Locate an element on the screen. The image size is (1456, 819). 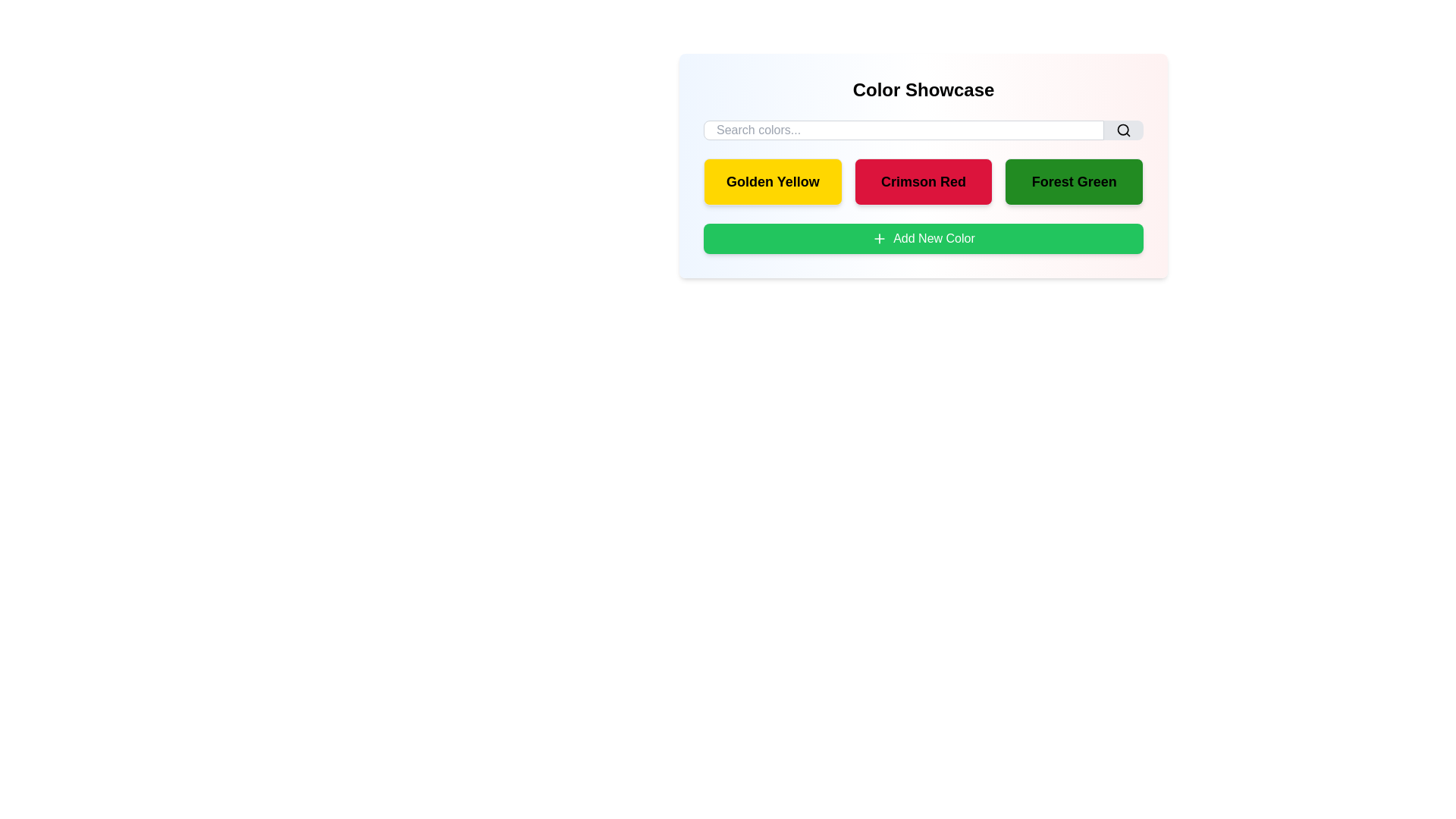
the static display block representing the color crimson red, which is centrally located in the row of a grid layout, flanked by 'Golden Yellow' and 'Forest Green' is located at coordinates (923, 180).